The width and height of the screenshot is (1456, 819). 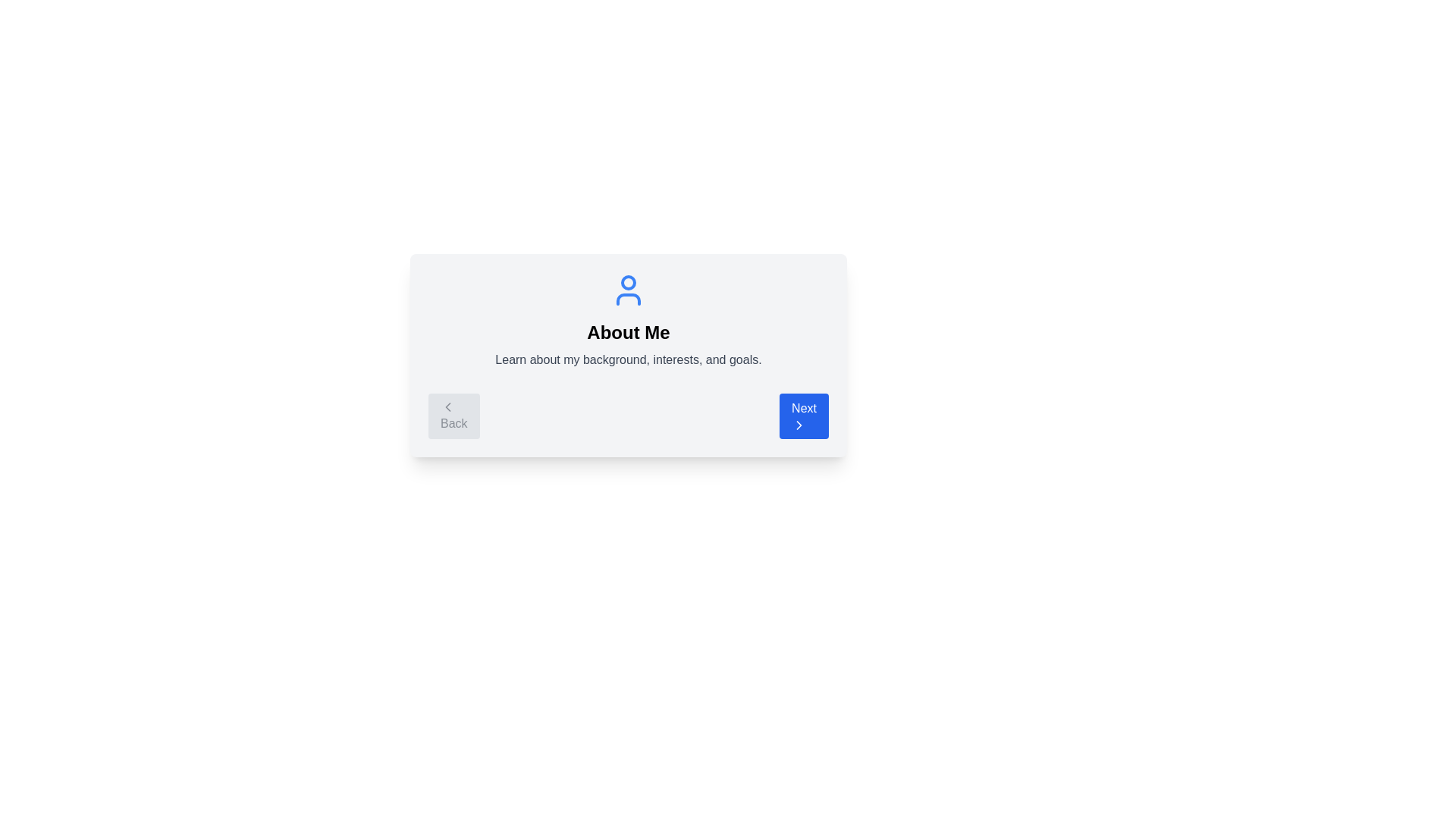 What do you see at coordinates (629, 290) in the screenshot?
I see `the blue user icon, which is centrally placed at the top of the card-like component containing a title and description` at bounding box center [629, 290].